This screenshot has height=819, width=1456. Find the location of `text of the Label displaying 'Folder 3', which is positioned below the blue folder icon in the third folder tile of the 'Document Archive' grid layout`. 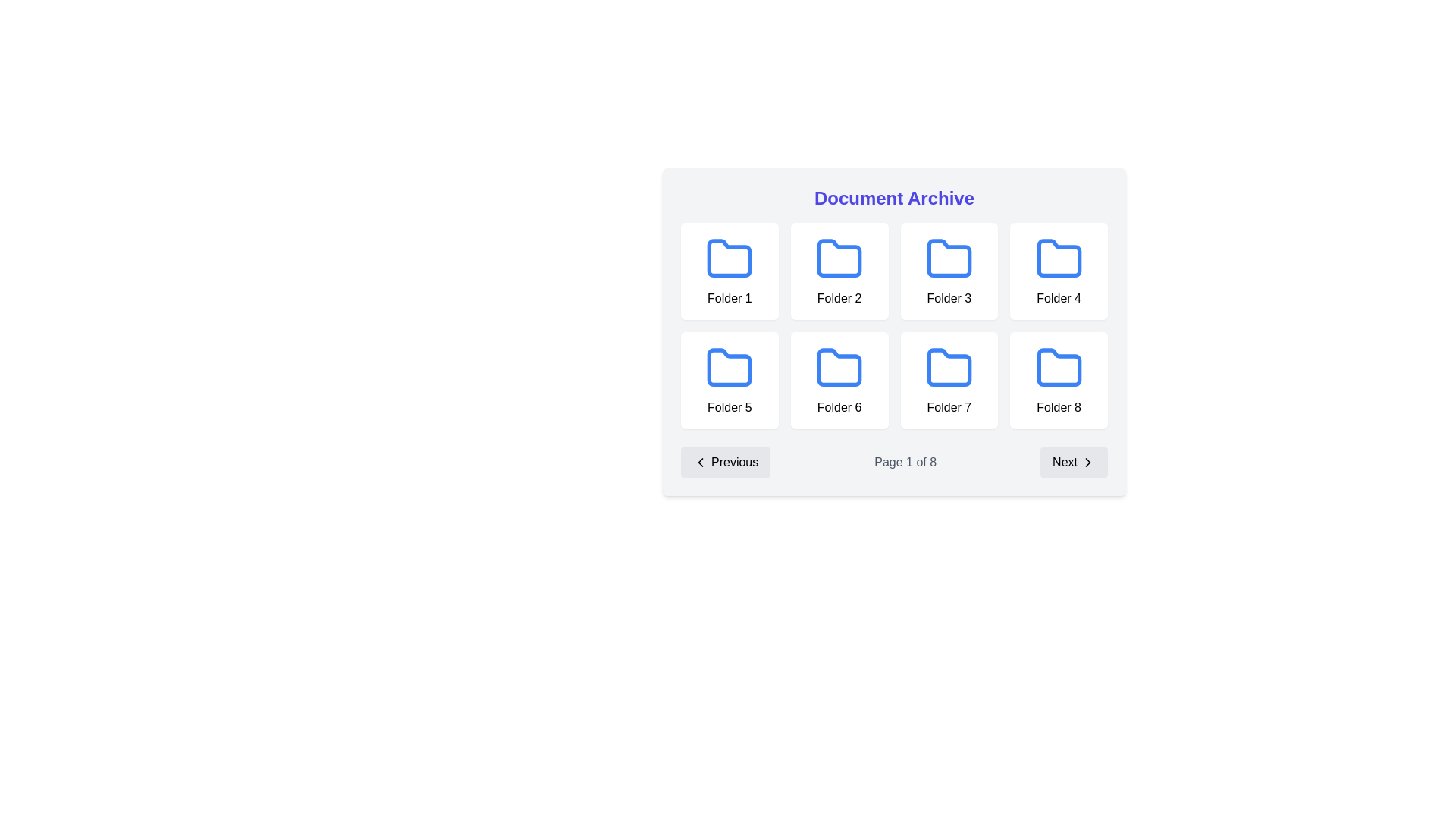

text of the Label displaying 'Folder 3', which is positioned below the blue folder icon in the third folder tile of the 'Document Archive' grid layout is located at coordinates (948, 298).